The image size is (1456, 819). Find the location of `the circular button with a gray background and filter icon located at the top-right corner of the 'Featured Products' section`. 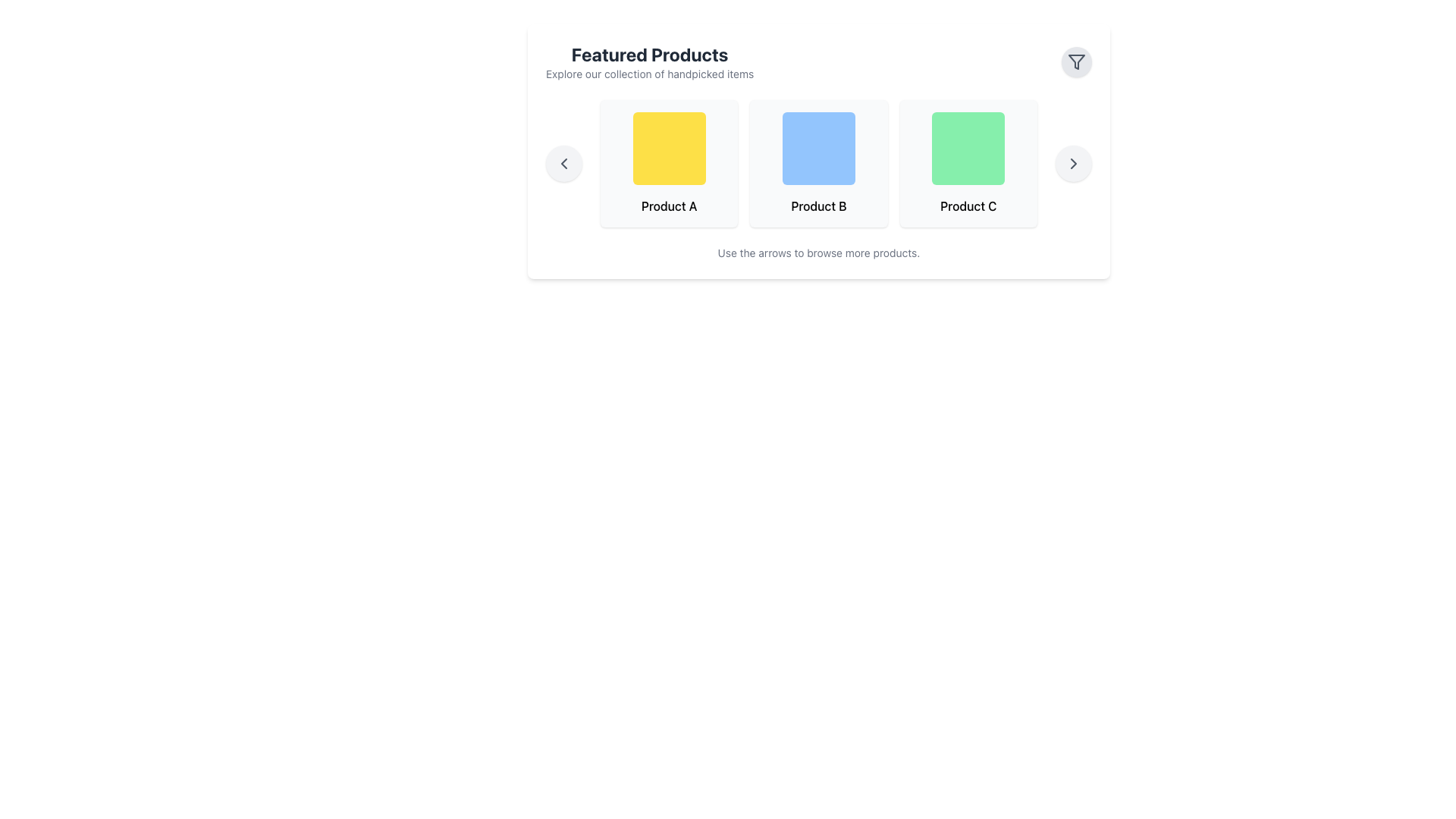

the circular button with a gray background and filter icon located at the top-right corner of the 'Featured Products' section is located at coordinates (1076, 61).